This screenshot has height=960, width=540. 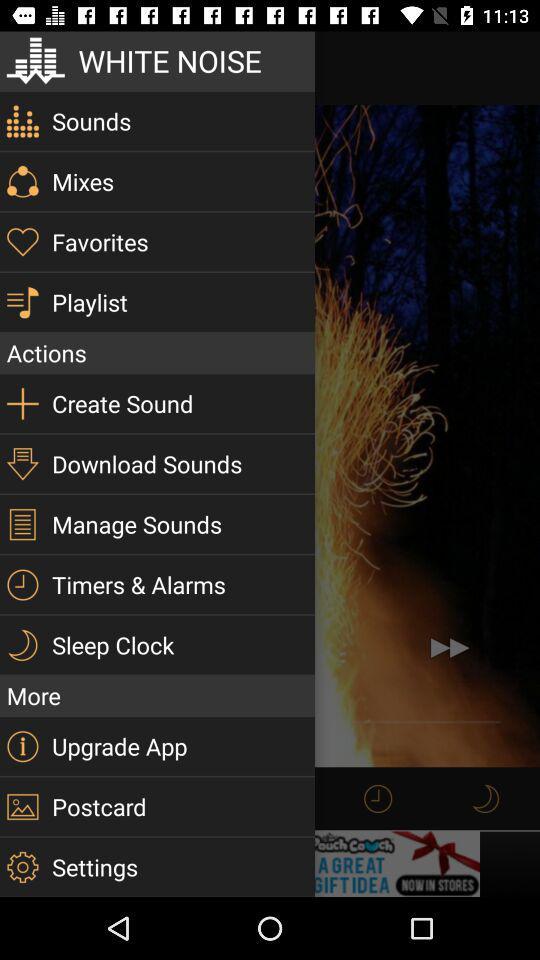 I want to click on the av_forward icon, so click(x=449, y=647).